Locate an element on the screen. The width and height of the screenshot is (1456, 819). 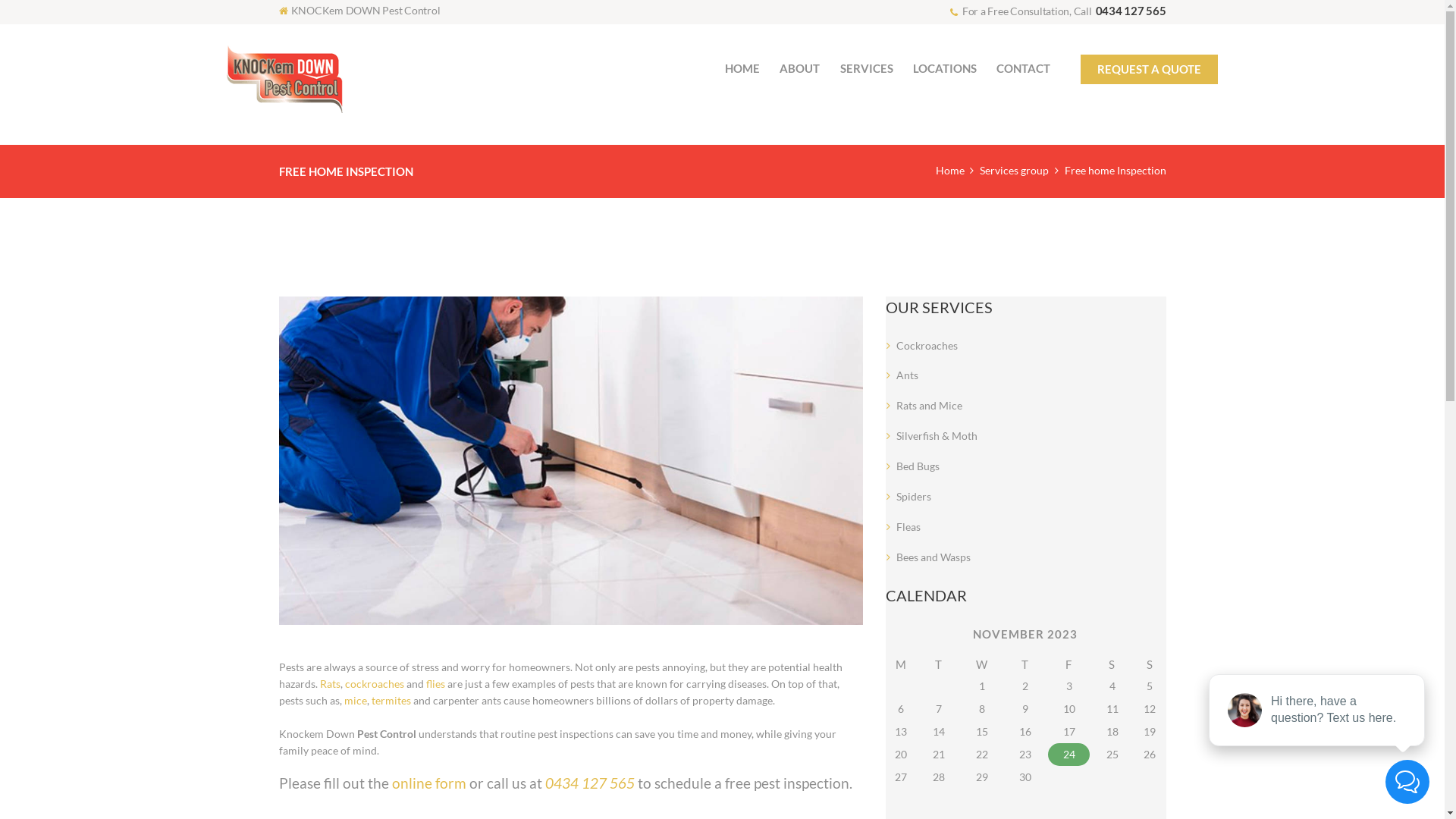
'0434 127 565' is located at coordinates (588, 783).